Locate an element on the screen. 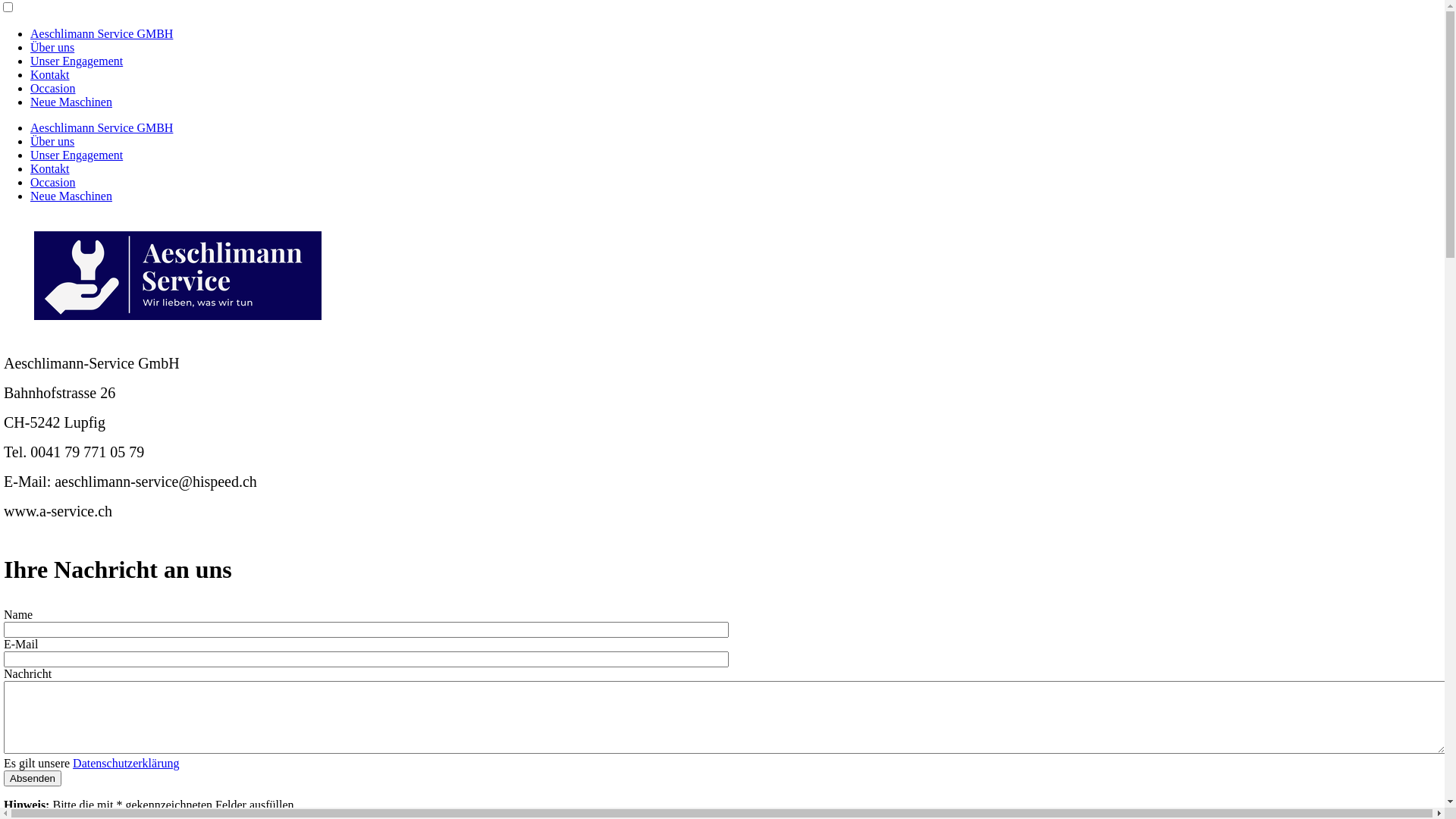 The image size is (1456, 819). 'Unser Engagement' is located at coordinates (75, 60).